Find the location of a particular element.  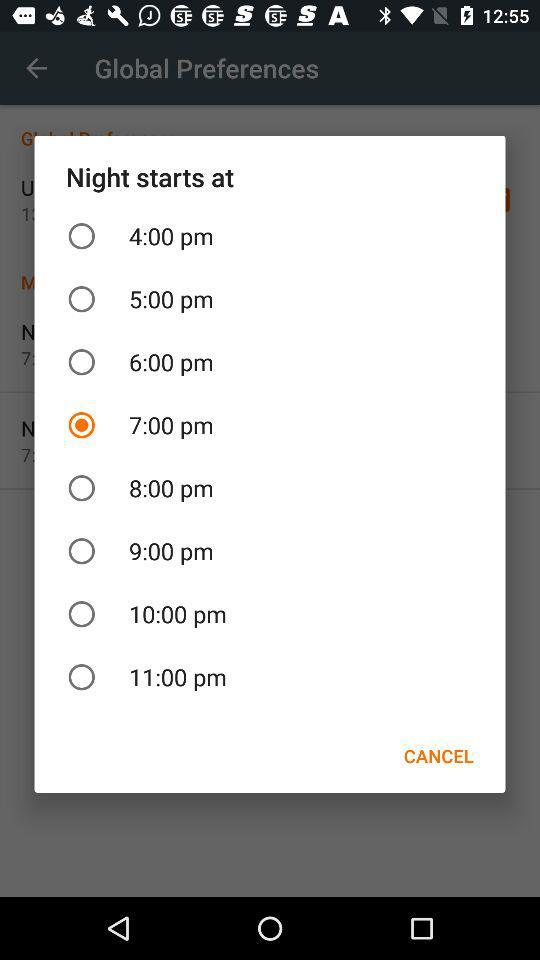

item below the 11:00 pm item is located at coordinates (437, 755).